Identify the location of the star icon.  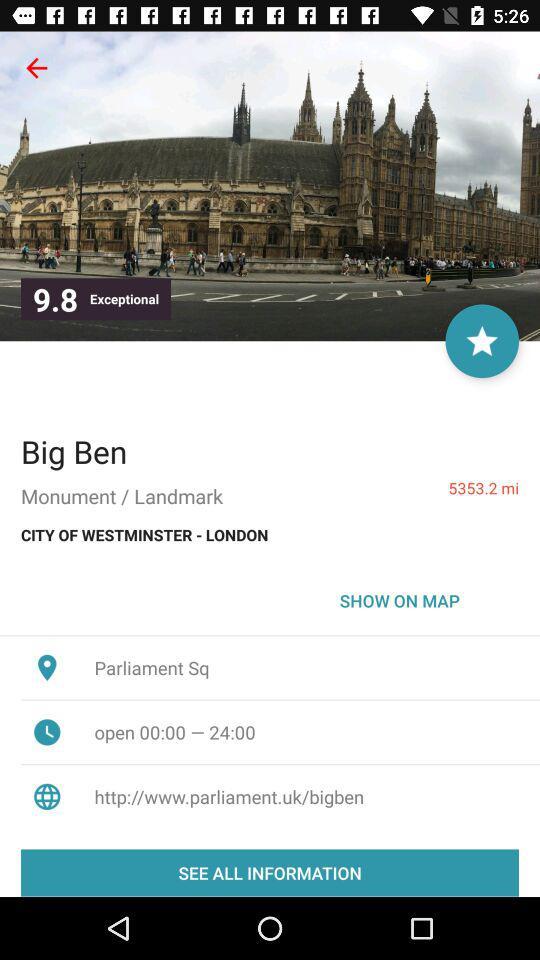
(481, 341).